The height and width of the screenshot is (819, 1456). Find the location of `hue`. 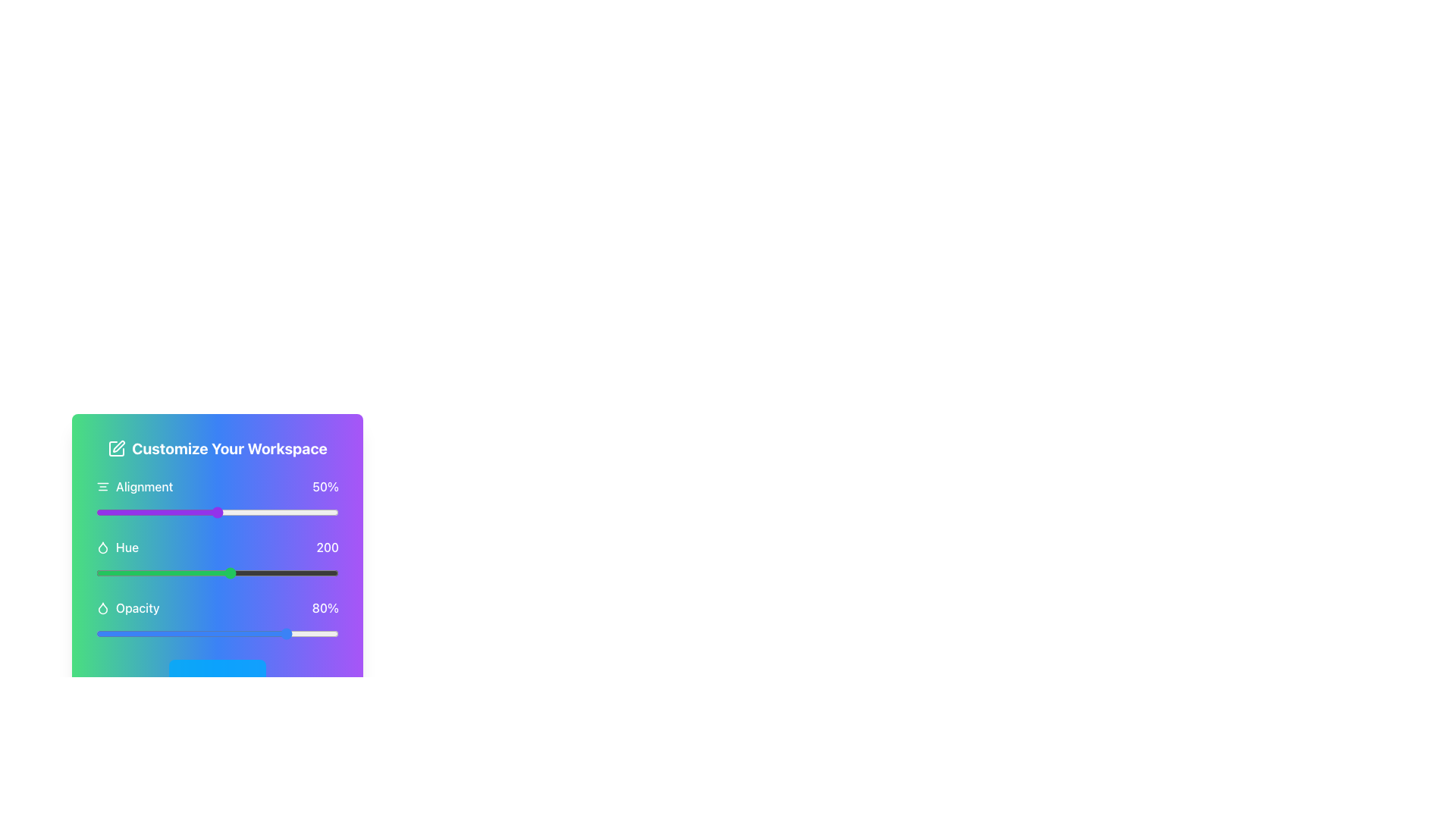

hue is located at coordinates (223, 573).